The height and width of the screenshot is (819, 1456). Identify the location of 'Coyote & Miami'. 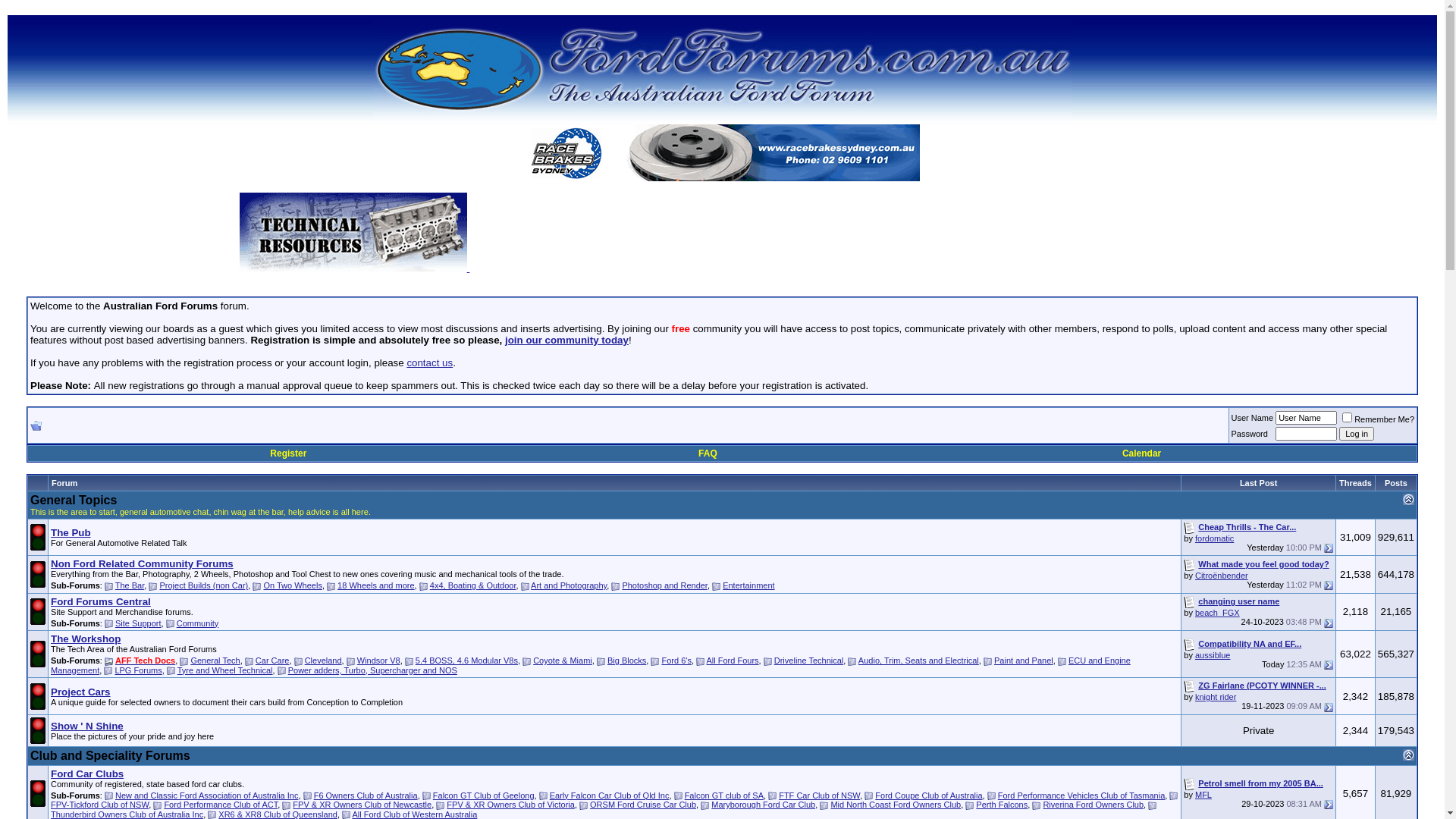
(562, 660).